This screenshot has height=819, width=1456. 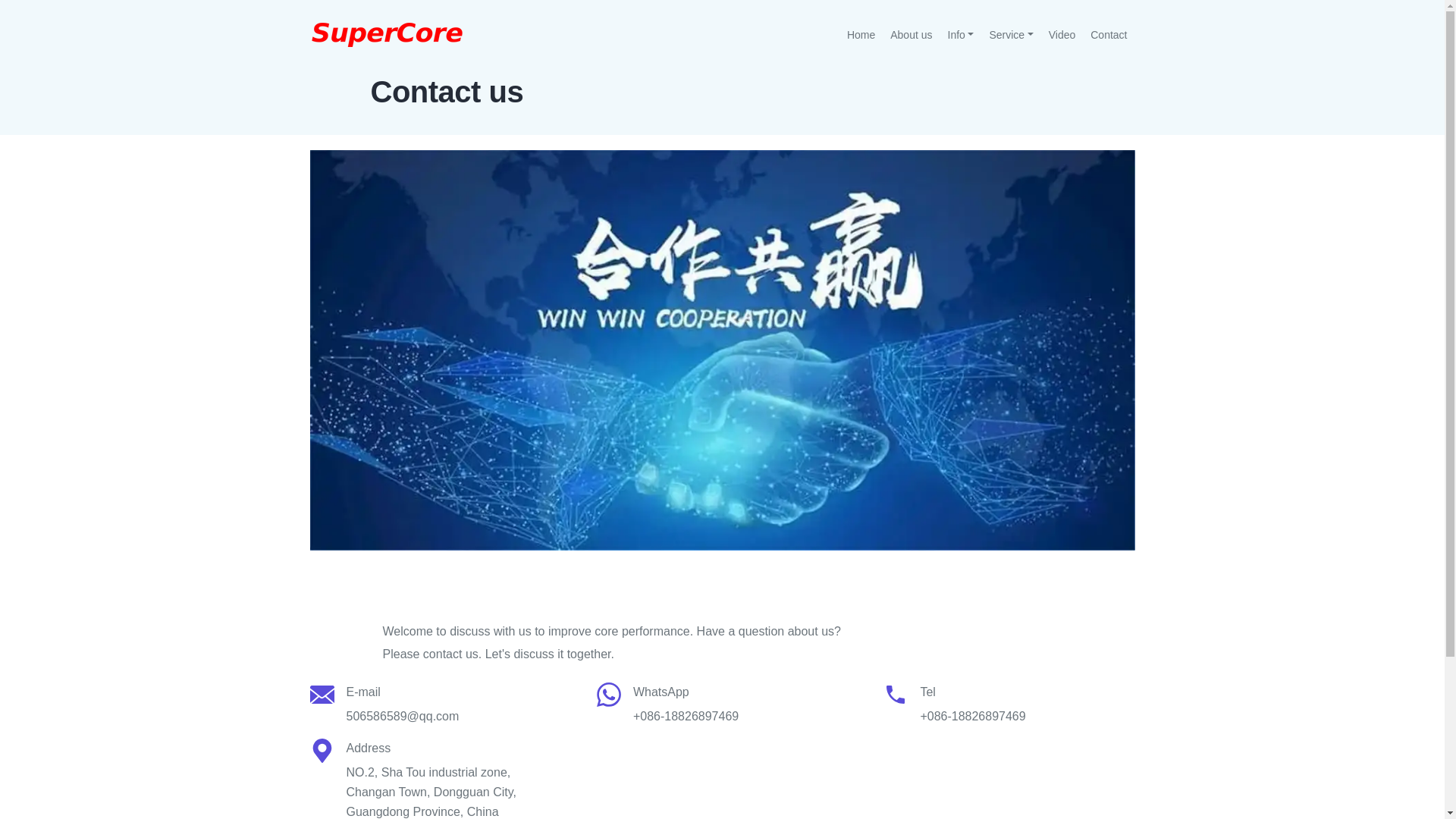 What do you see at coordinates (1109, 34) in the screenshot?
I see `'Contact'` at bounding box center [1109, 34].